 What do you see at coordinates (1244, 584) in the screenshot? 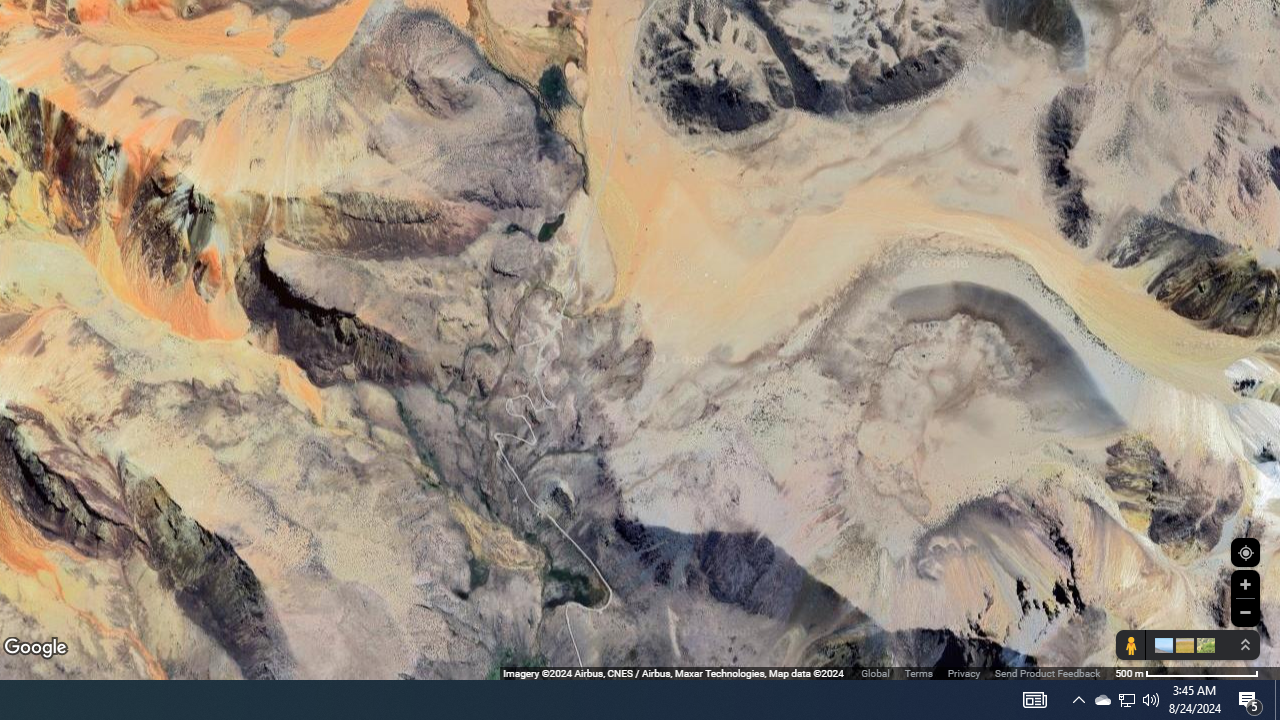
I see `'Zoom in'` at bounding box center [1244, 584].